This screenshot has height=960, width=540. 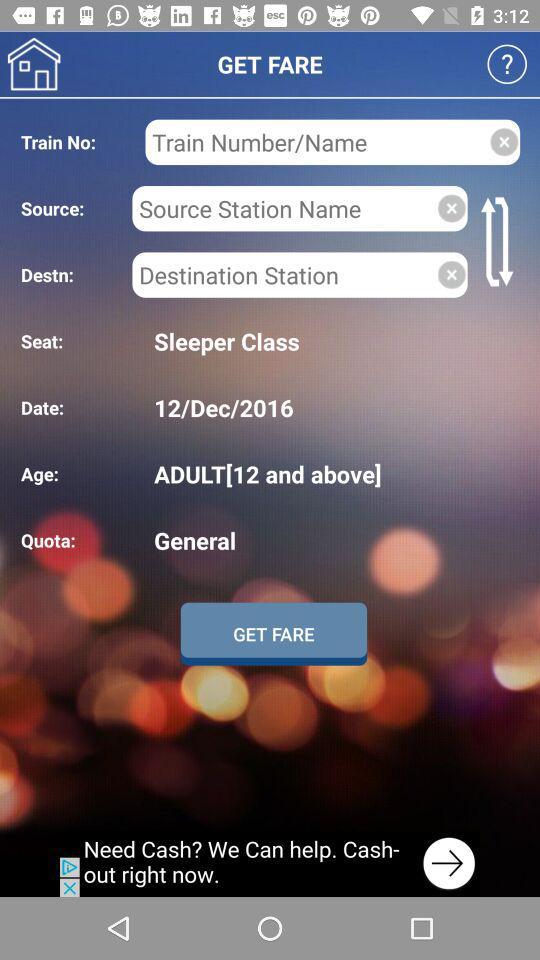 I want to click on clear information, so click(x=503, y=141).